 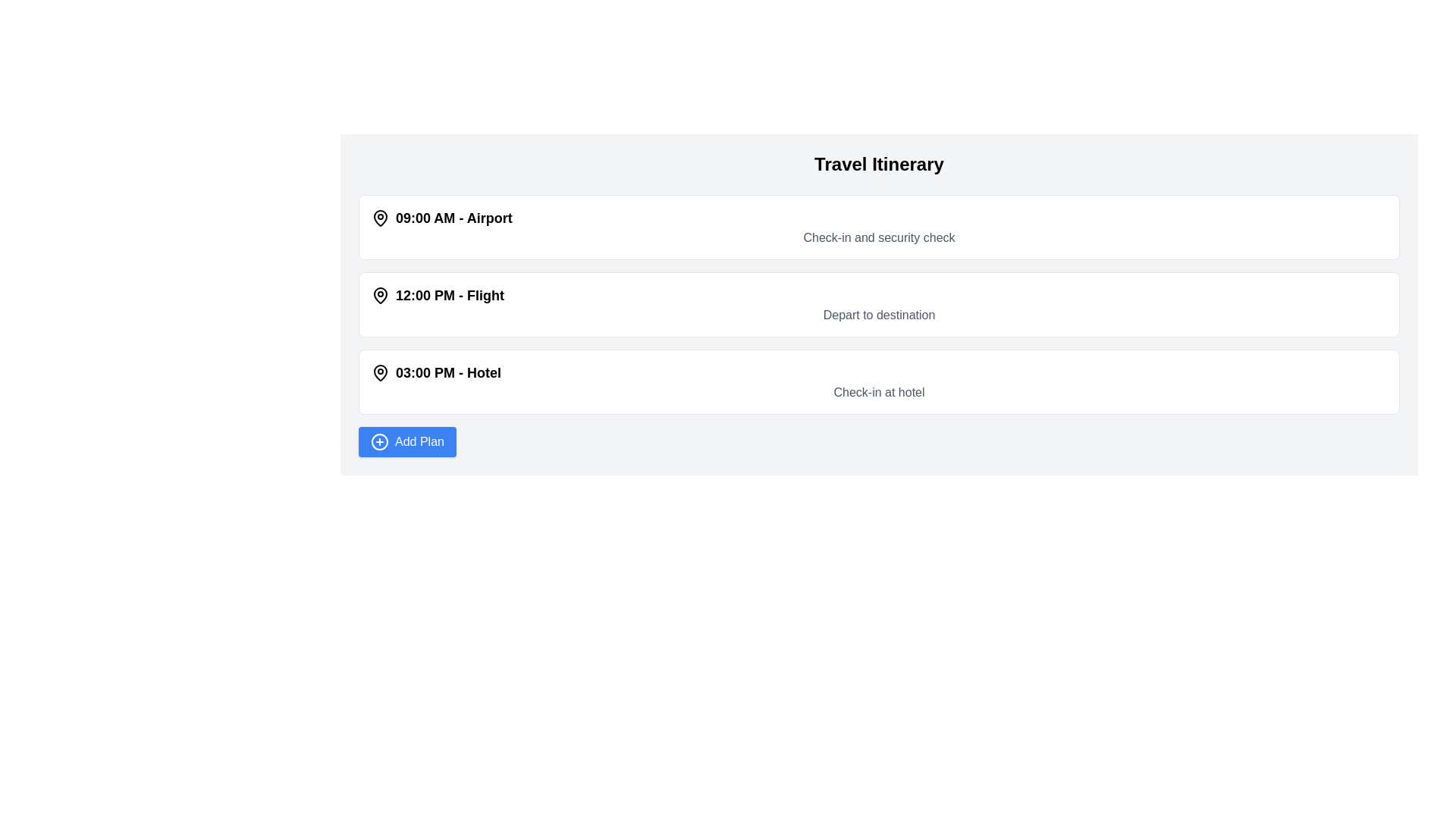 I want to click on the lower part of the map pin icon located to the left of the text '12:00 PM - Flight' in the second list item of the vertical itinerary view, so click(x=381, y=295).